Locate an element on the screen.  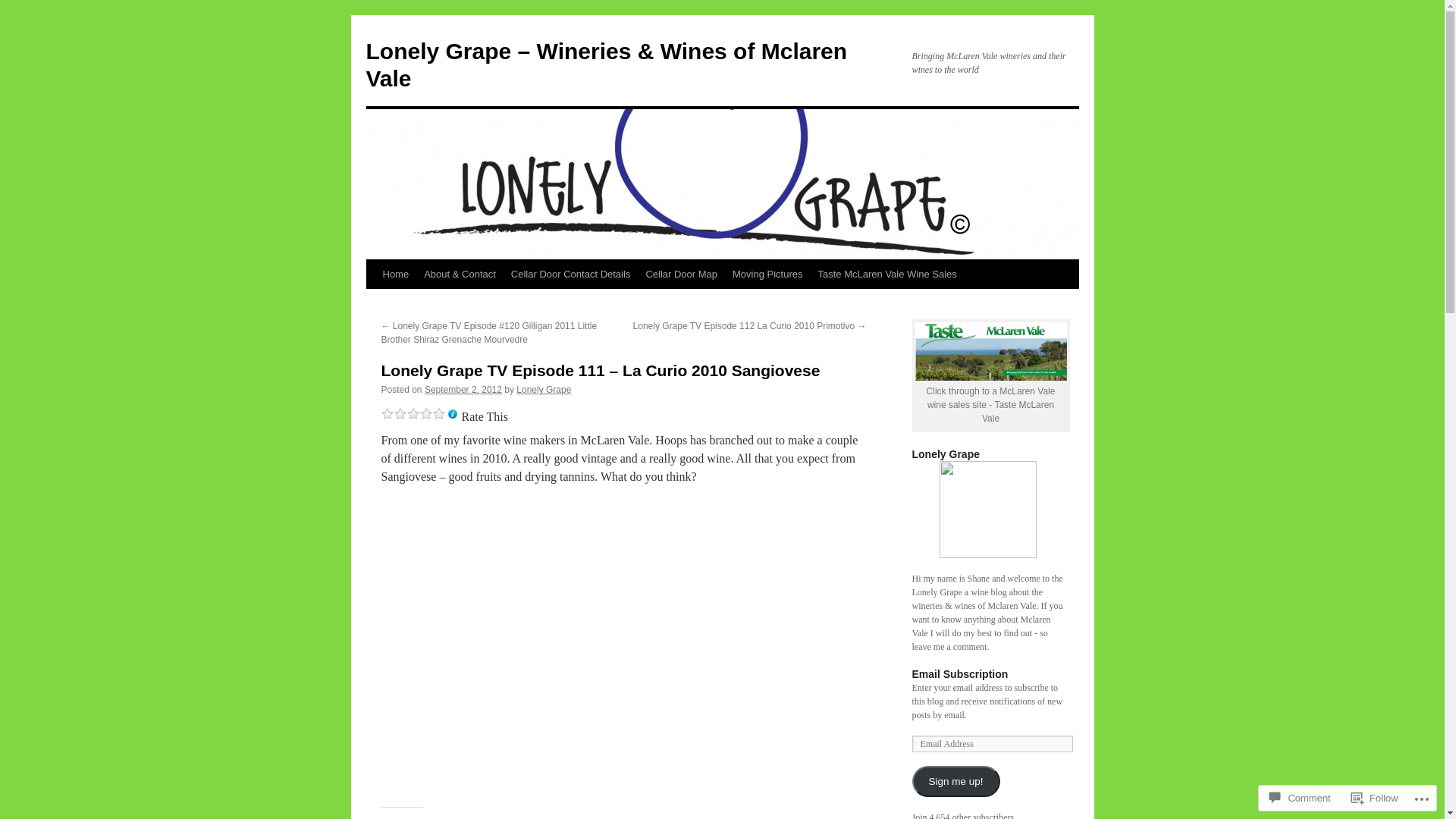
'Follow' is located at coordinates (1345, 797).